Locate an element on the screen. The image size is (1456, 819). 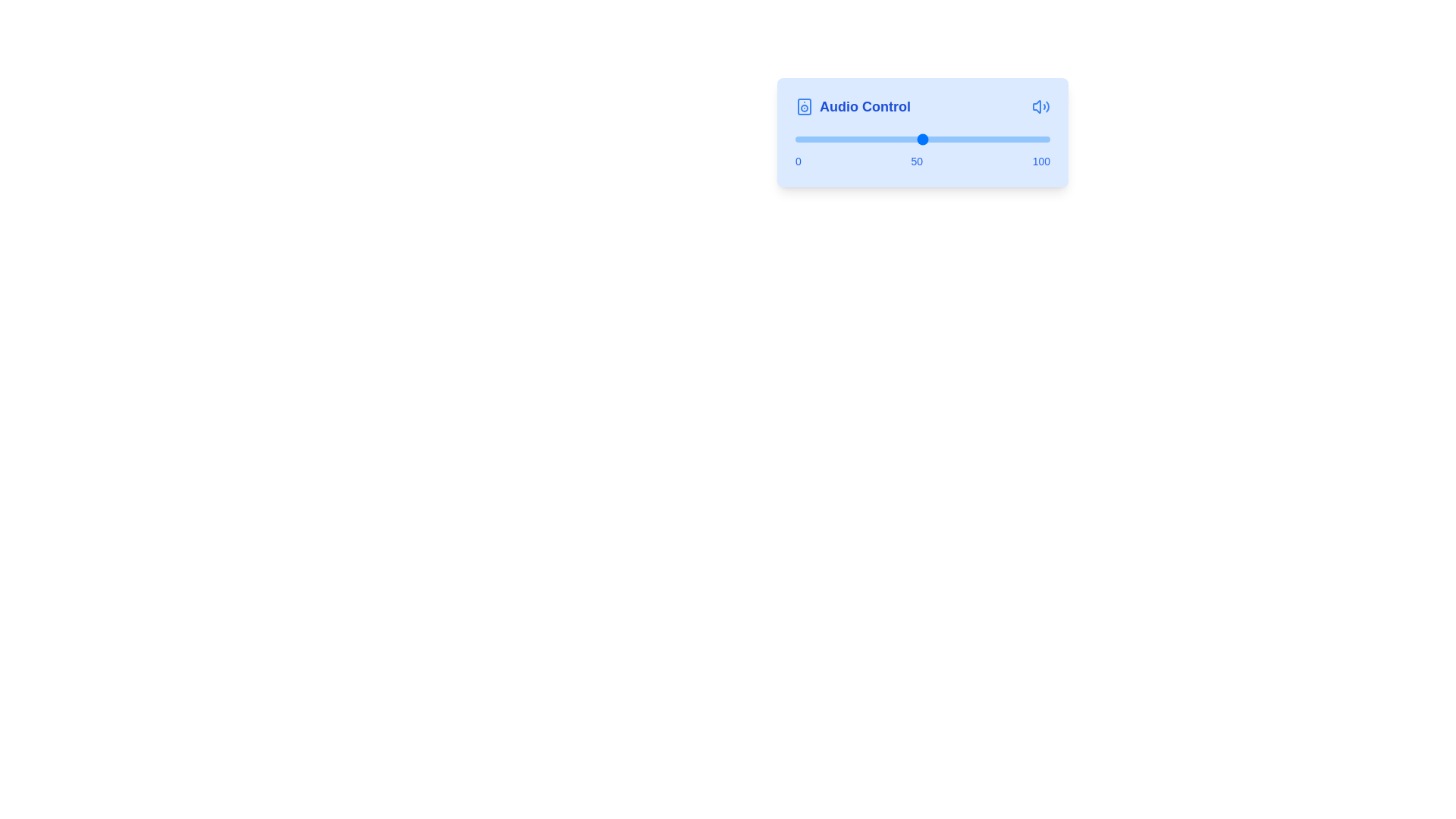
the volume is located at coordinates (922, 140).